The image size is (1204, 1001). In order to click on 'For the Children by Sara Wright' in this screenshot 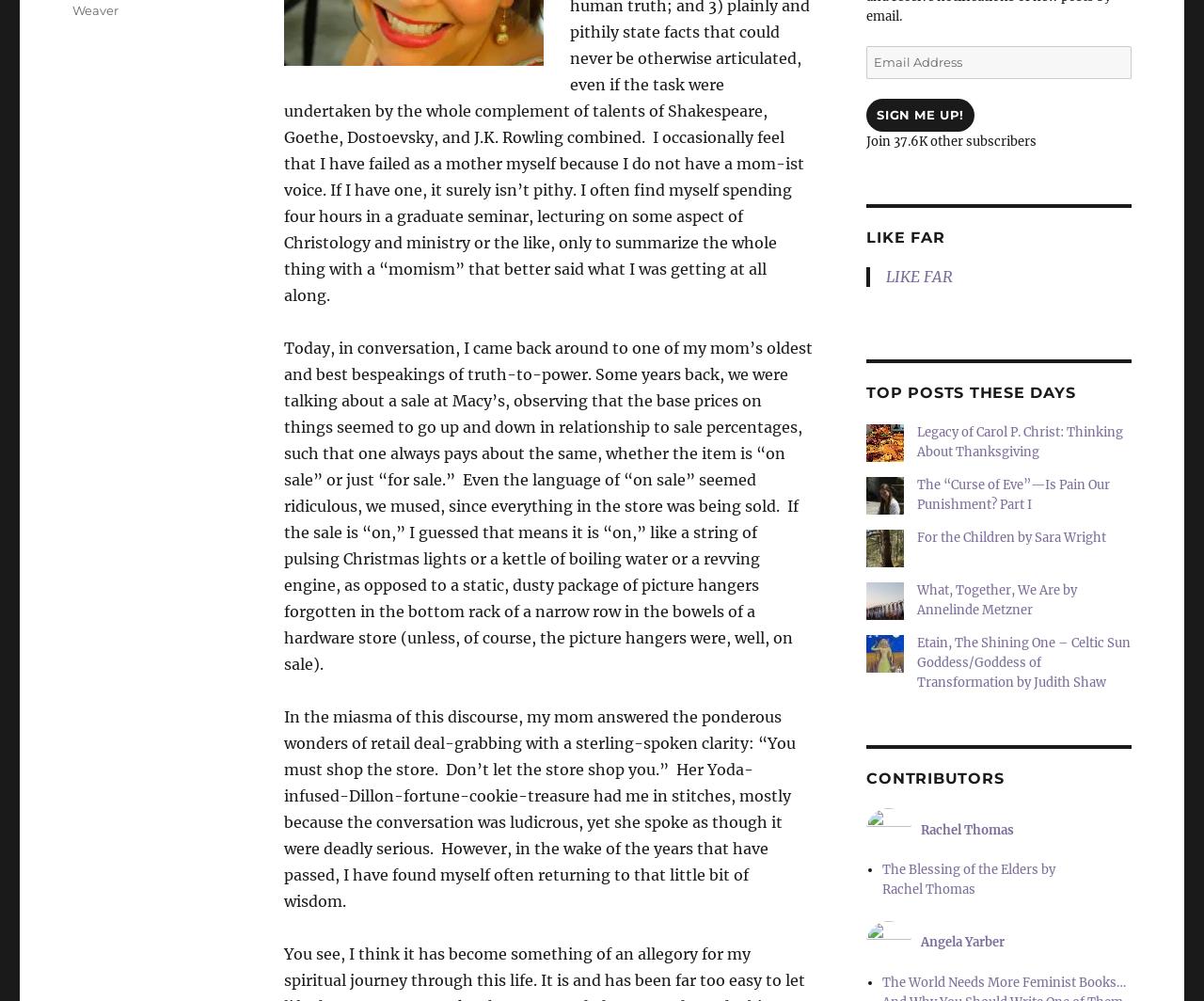, I will do `click(1010, 537)`.